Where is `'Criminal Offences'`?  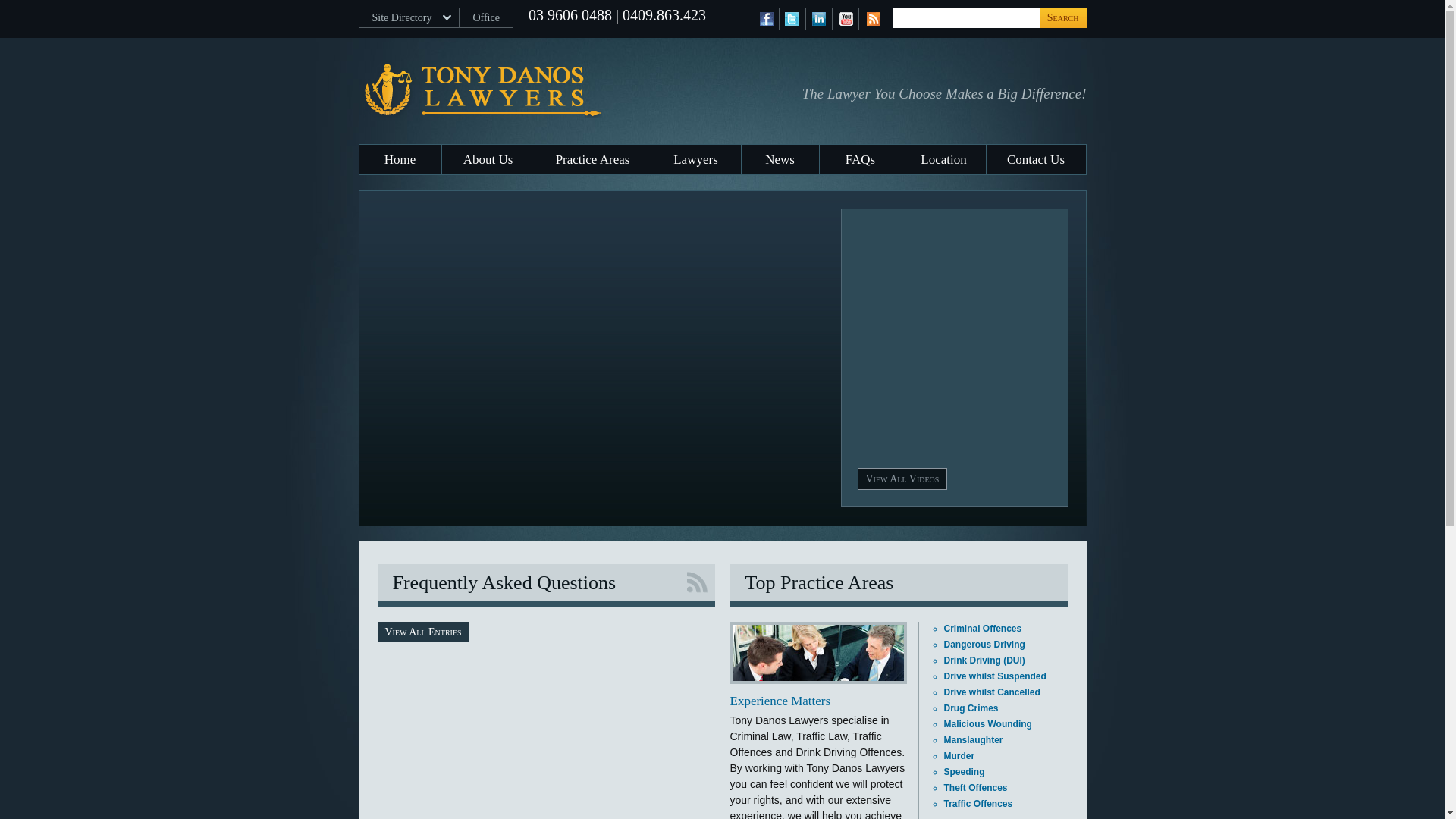
'Criminal Offences' is located at coordinates (982, 629).